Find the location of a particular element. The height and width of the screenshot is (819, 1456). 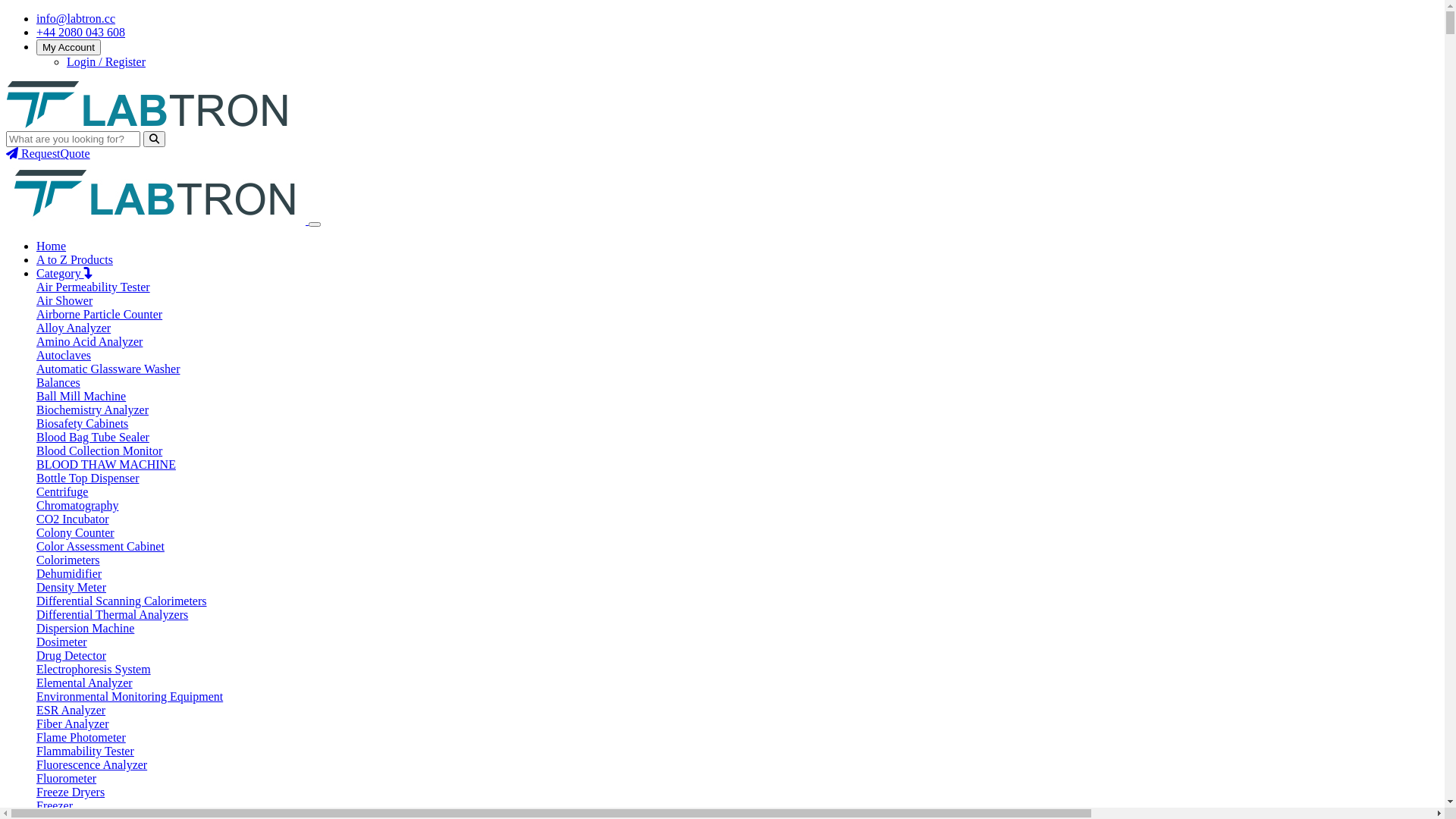

'Fluorescence Analyzer' is located at coordinates (90, 764).